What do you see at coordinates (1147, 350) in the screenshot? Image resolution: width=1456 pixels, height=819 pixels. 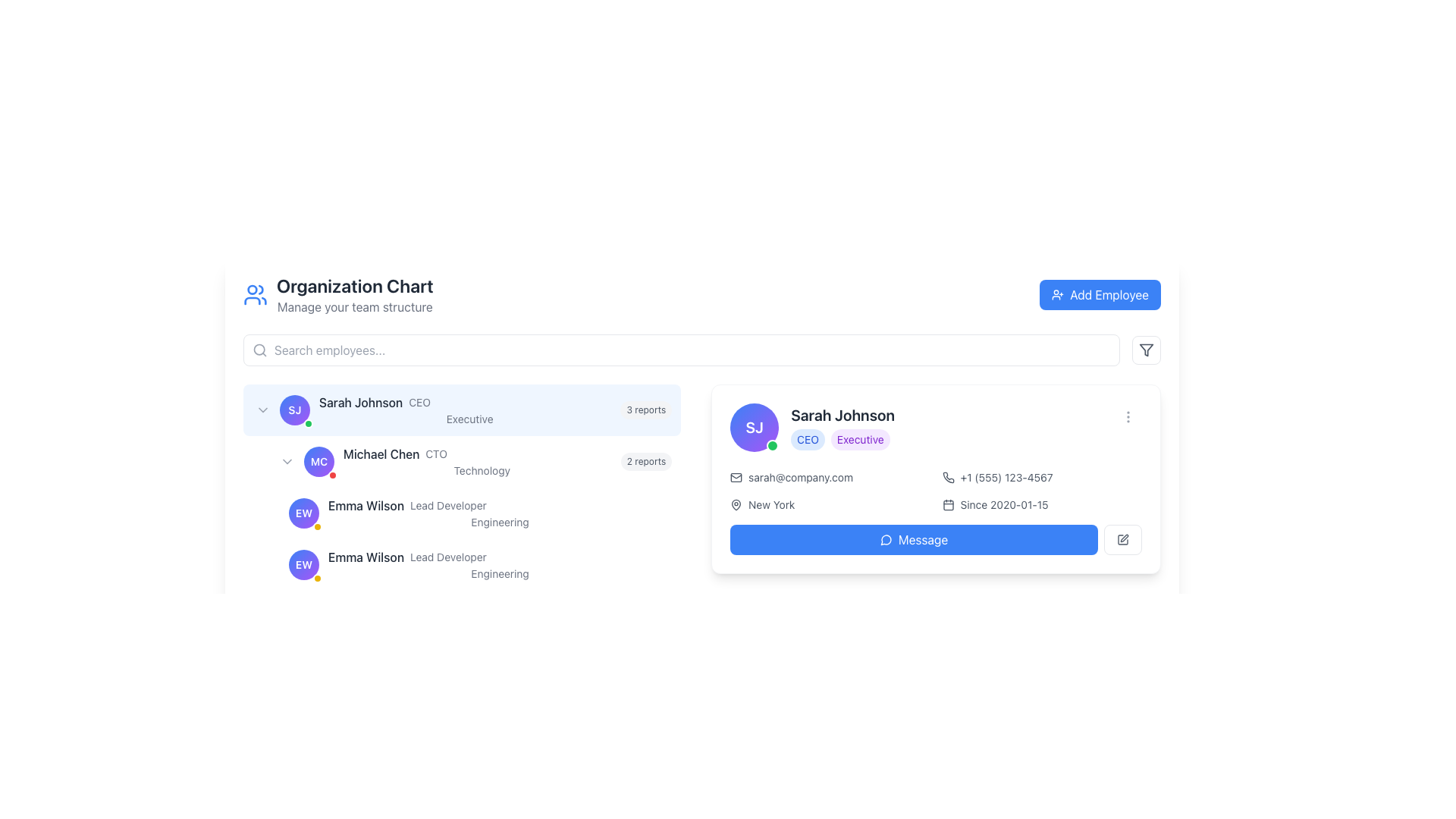 I see `the filter icon, which is a minimalist gray triangular funnel shape located in the upper-right corner of the header section, next to the 'Add Employee' button` at bounding box center [1147, 350].